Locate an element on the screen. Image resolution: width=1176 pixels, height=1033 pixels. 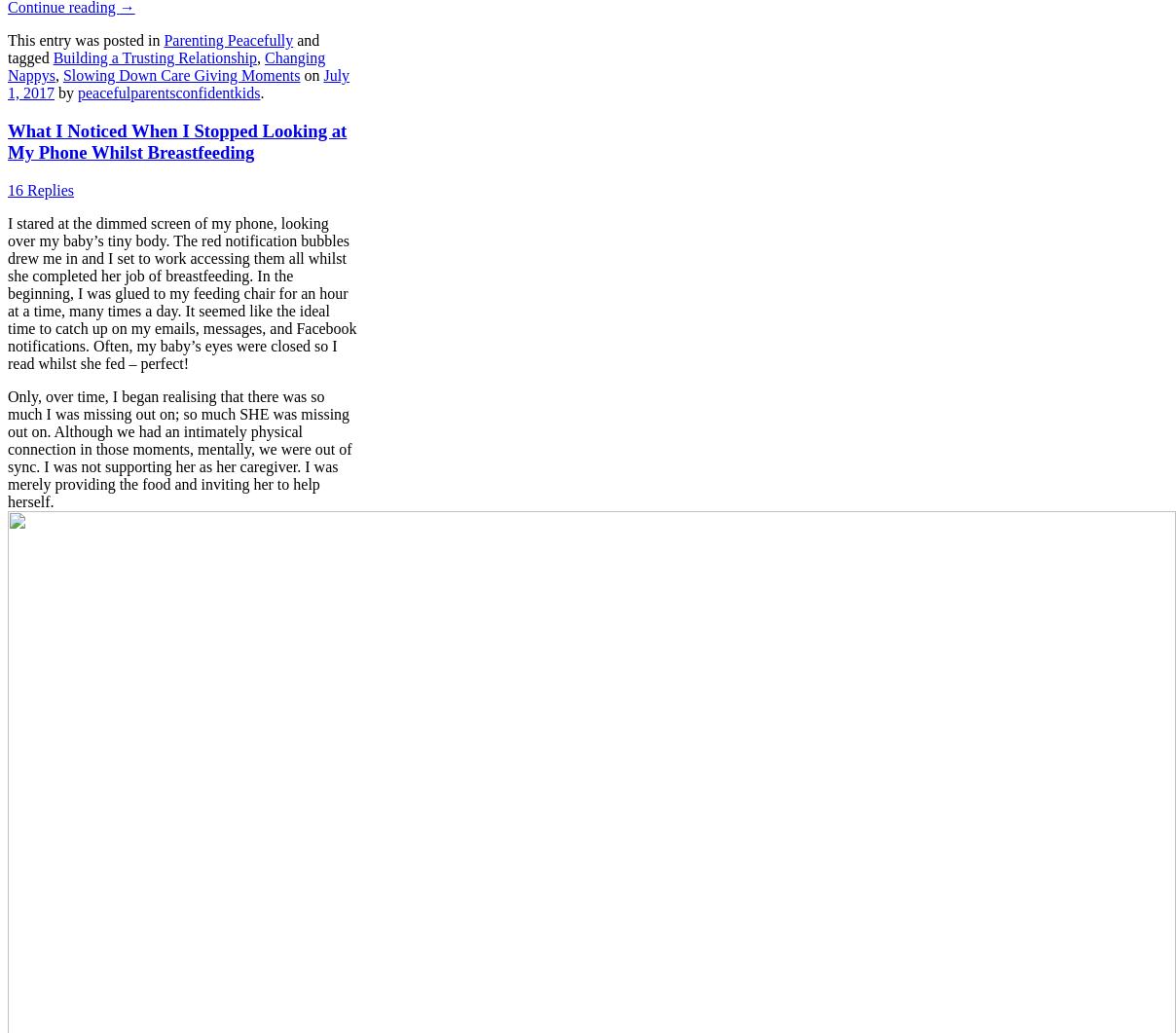
'This entry was posted in' is located at coordinates (84, 40).